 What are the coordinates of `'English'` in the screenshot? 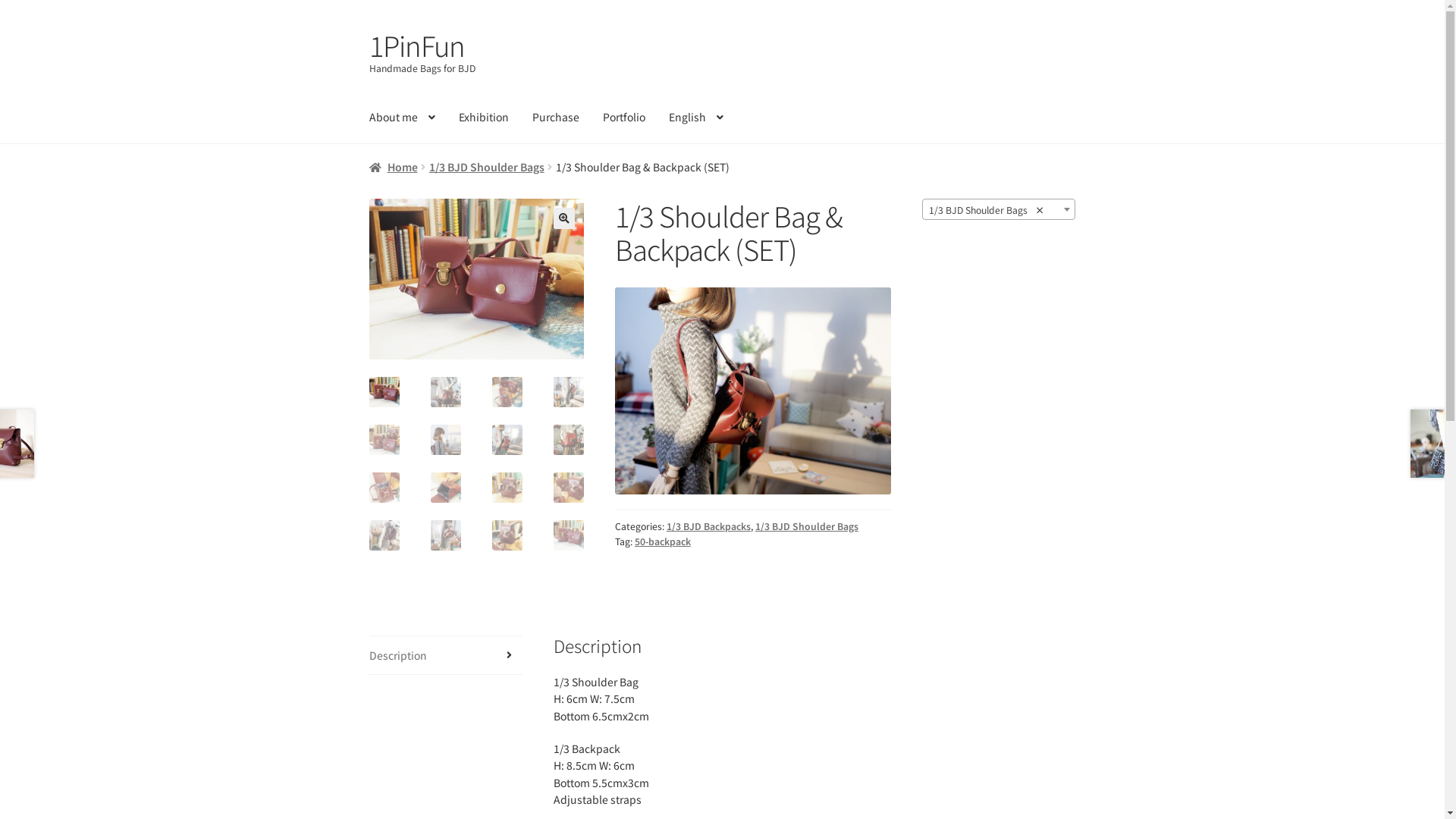 It's located at (695, 116).